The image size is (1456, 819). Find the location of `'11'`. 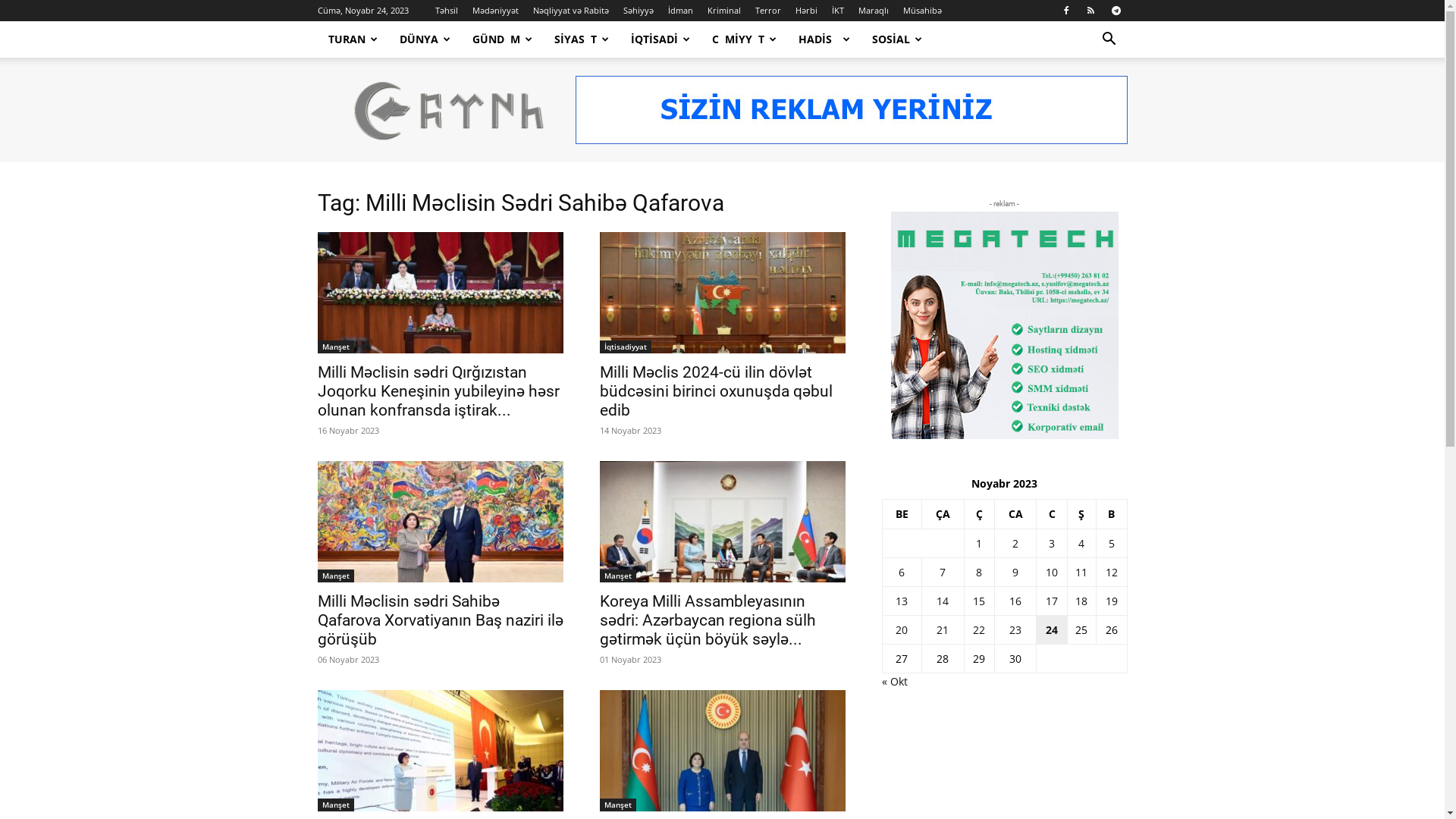

'11' is located at coordinates (1080, 572).